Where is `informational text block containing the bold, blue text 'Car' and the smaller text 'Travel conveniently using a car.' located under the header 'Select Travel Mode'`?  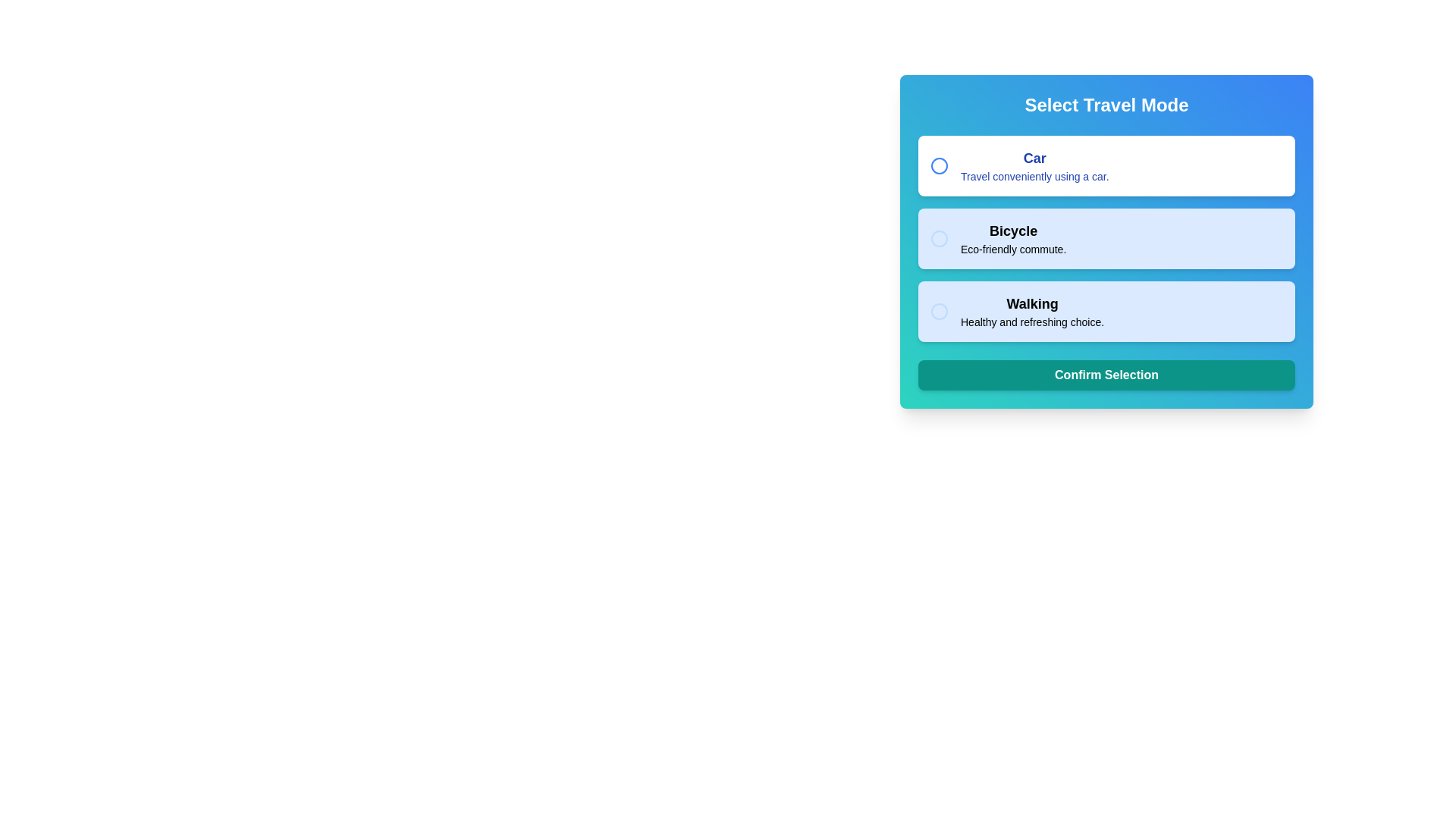 informational text block containing the bold, blue text 'Car' and the smaller text 'Travel conveniently using a car.' located under the header 'Select Travel Mode' is located at coordinates (1034, 166).